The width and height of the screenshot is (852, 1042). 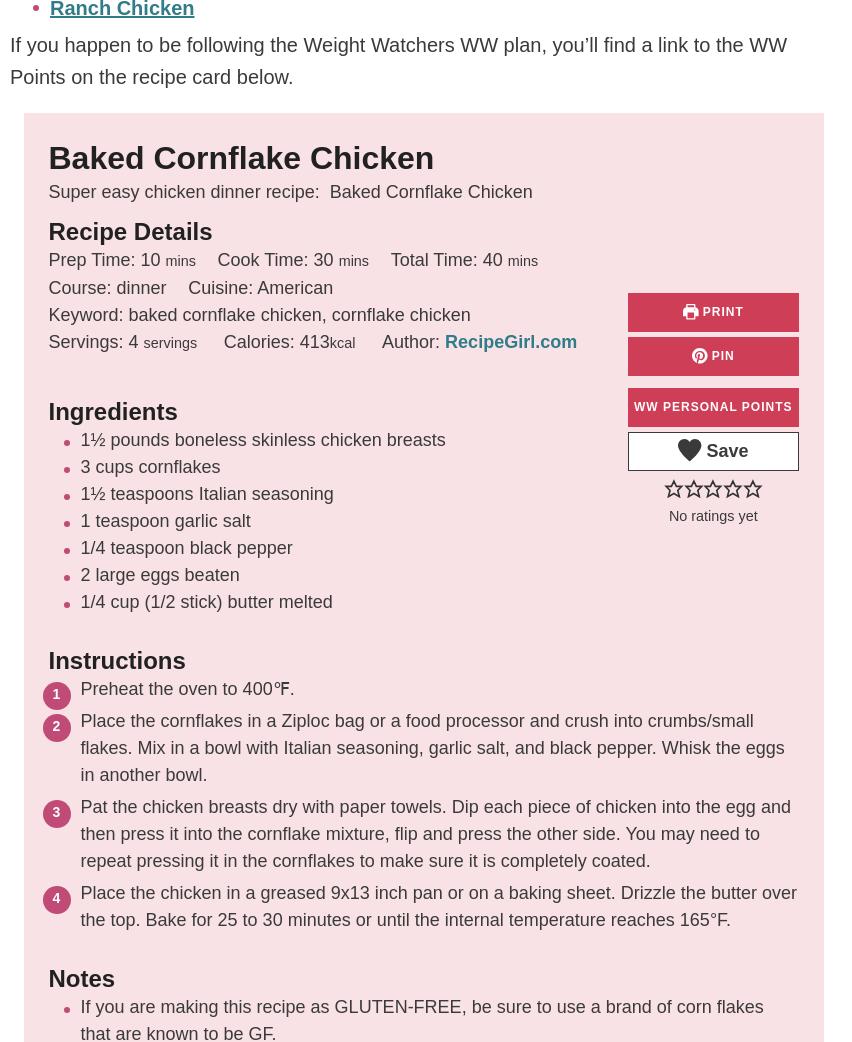 What do you see at coordinates (139, 440) in the screenshot?
I see `'pounds'` at bounding box center [139, 440].